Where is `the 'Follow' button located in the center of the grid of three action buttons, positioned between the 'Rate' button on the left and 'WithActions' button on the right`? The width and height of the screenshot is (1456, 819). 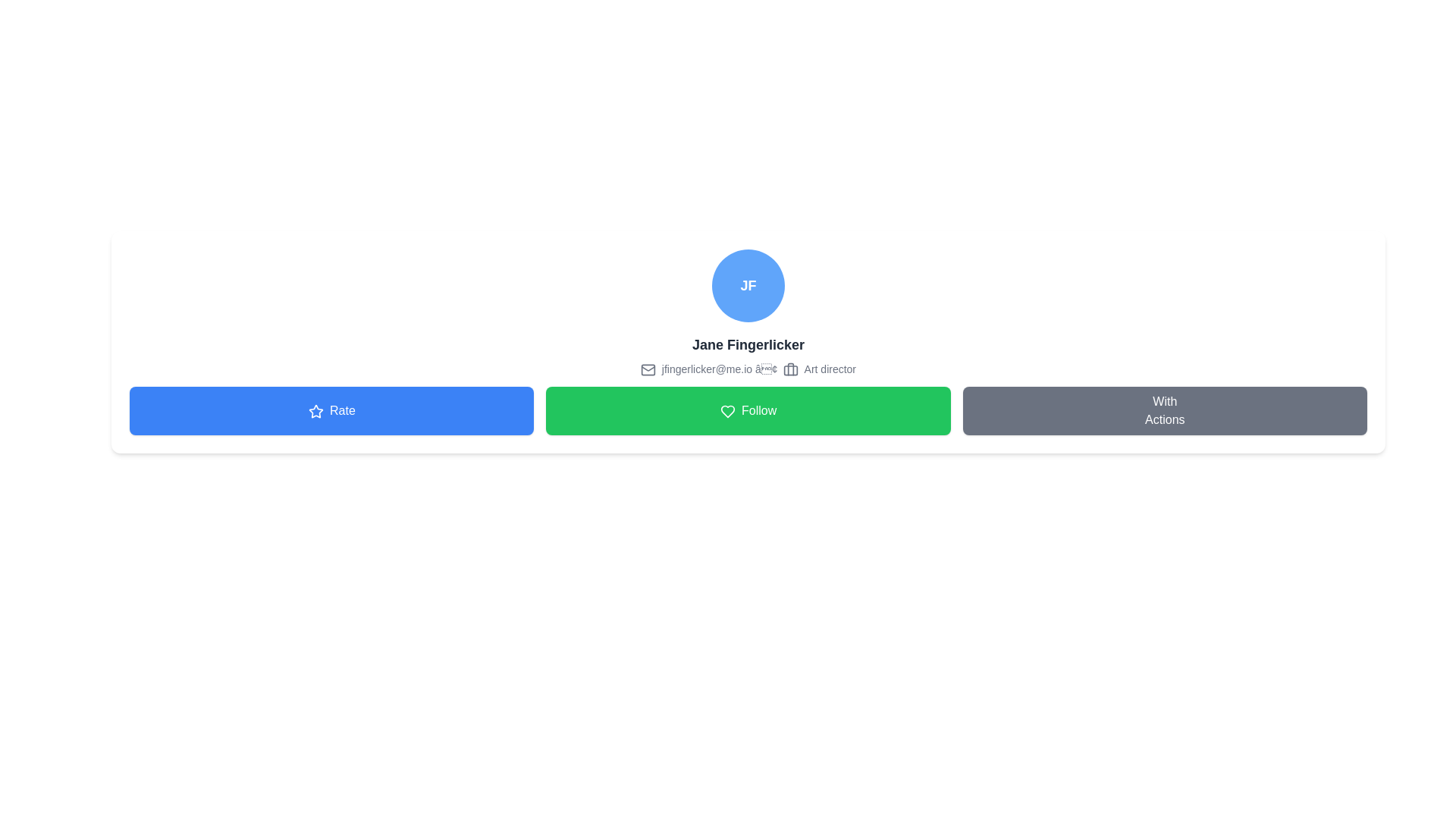 the 'Follow' button located in the center of the grid of three action buttons, positioned between the 'Rate' button on the left and 'WithActions' button on the right is located at coordinates (748, 411).